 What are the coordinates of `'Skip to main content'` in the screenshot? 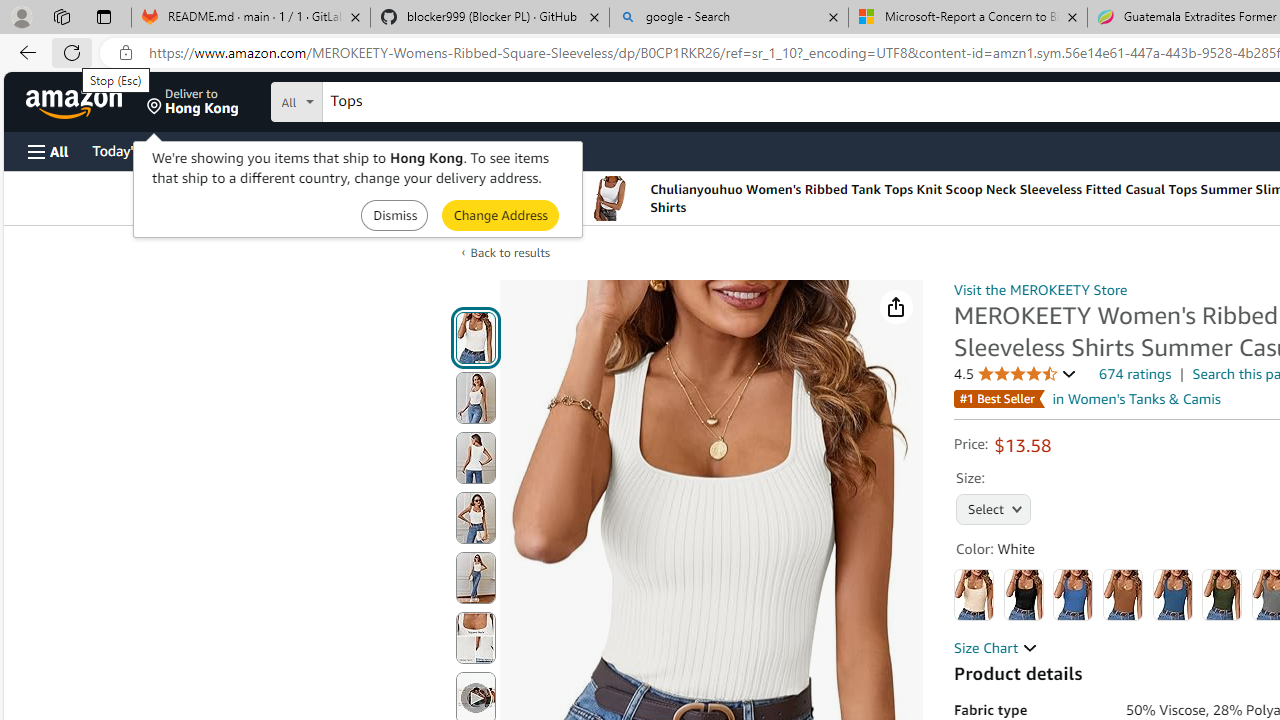 It's located at (86, 100).